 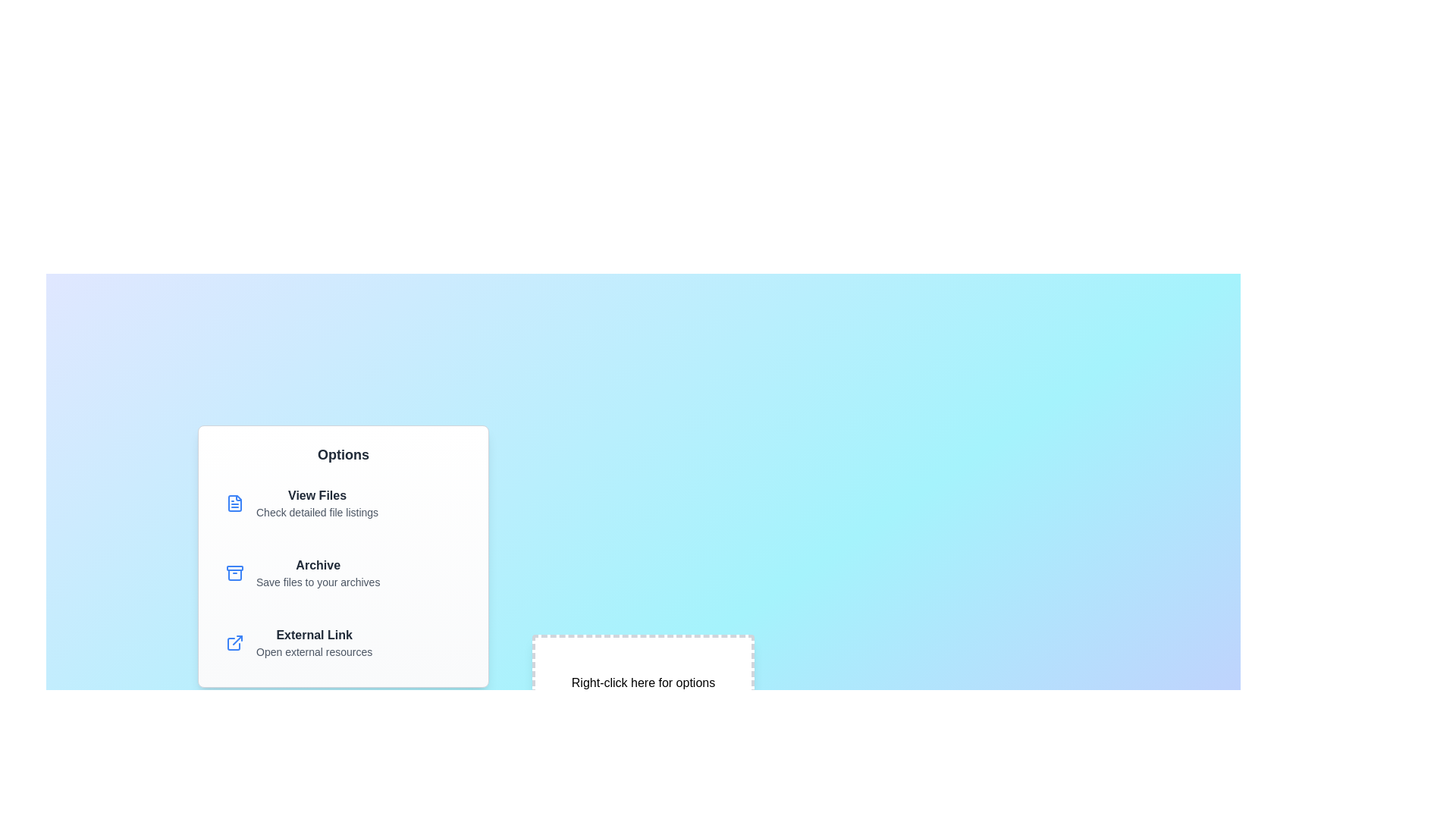 I want to click on the menu item 'View Files' to view its hover effect, so click(x=342, y=503).